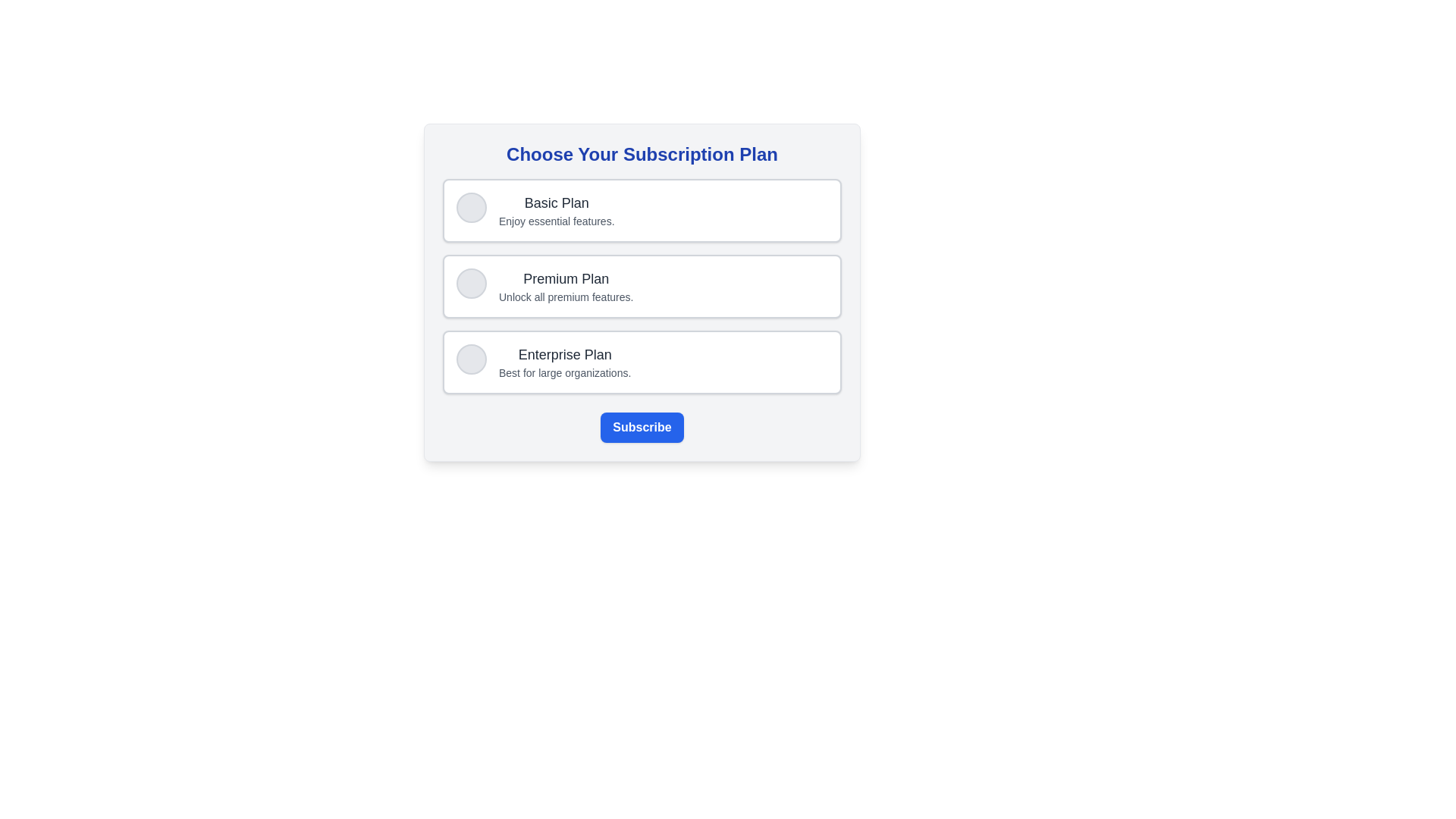 The height and width of the screenshot is (819, 1456). What do you see at coordinates (642, 362) in the screenshot?
I see `the 'Enterprise Plan' clickable card, which is the third card in the vertical stack of plan options` at bounding box center [642, 362].